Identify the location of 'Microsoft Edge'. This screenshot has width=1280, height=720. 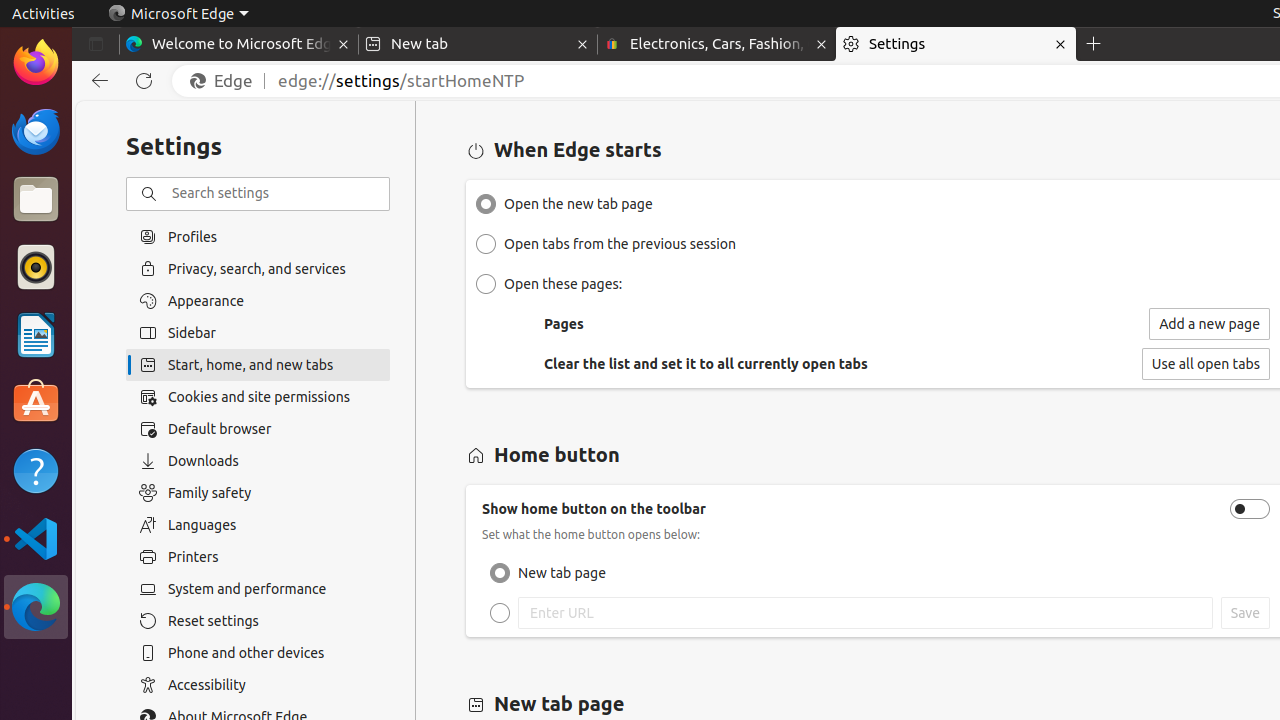
(178, 13).